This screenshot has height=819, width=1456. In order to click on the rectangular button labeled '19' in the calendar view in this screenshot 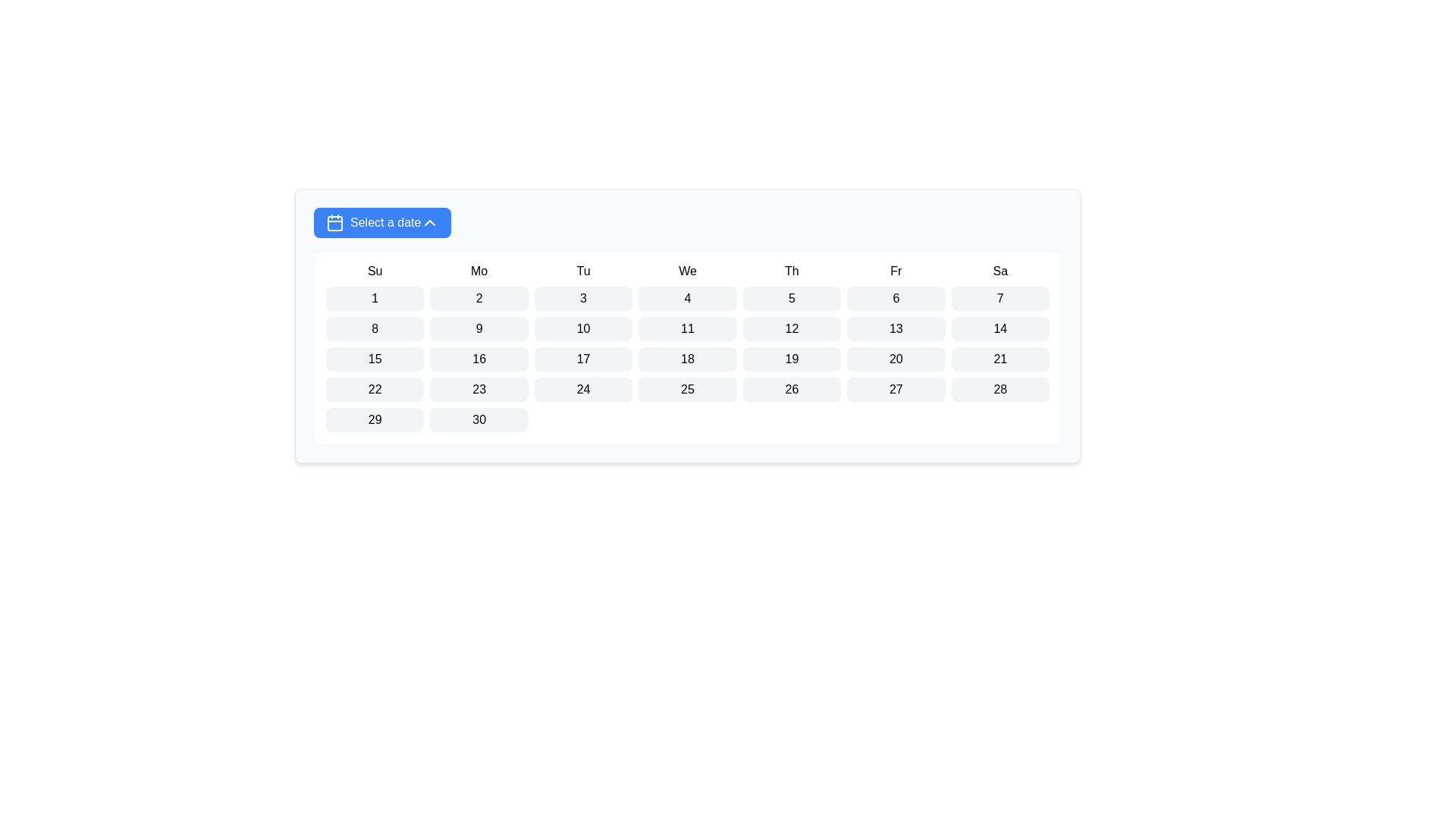, I will do `click(791, 359)`.